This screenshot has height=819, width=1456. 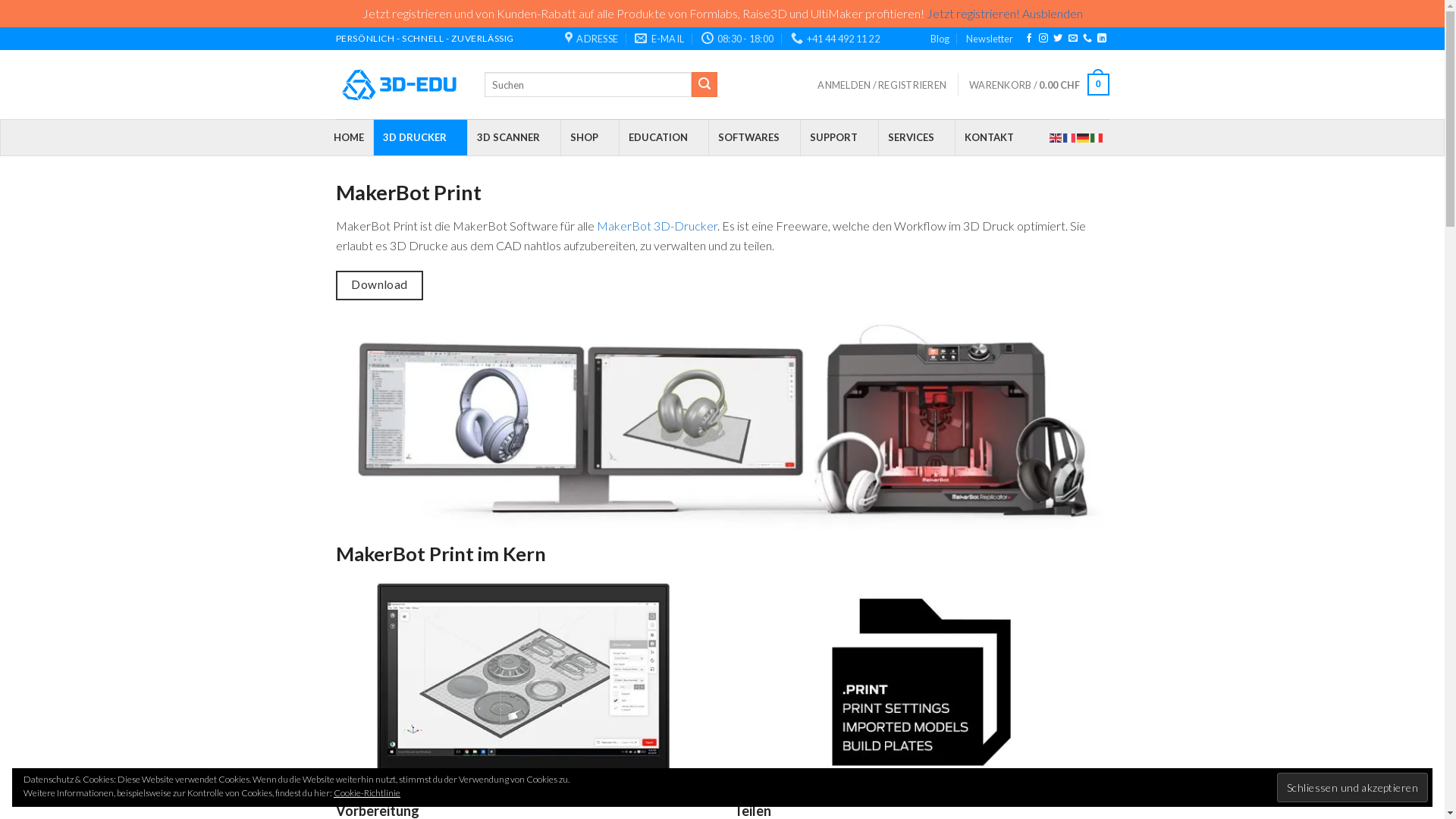 I want to click on 'Schliessen und akzeptieren', so click(x=1352, y=786).